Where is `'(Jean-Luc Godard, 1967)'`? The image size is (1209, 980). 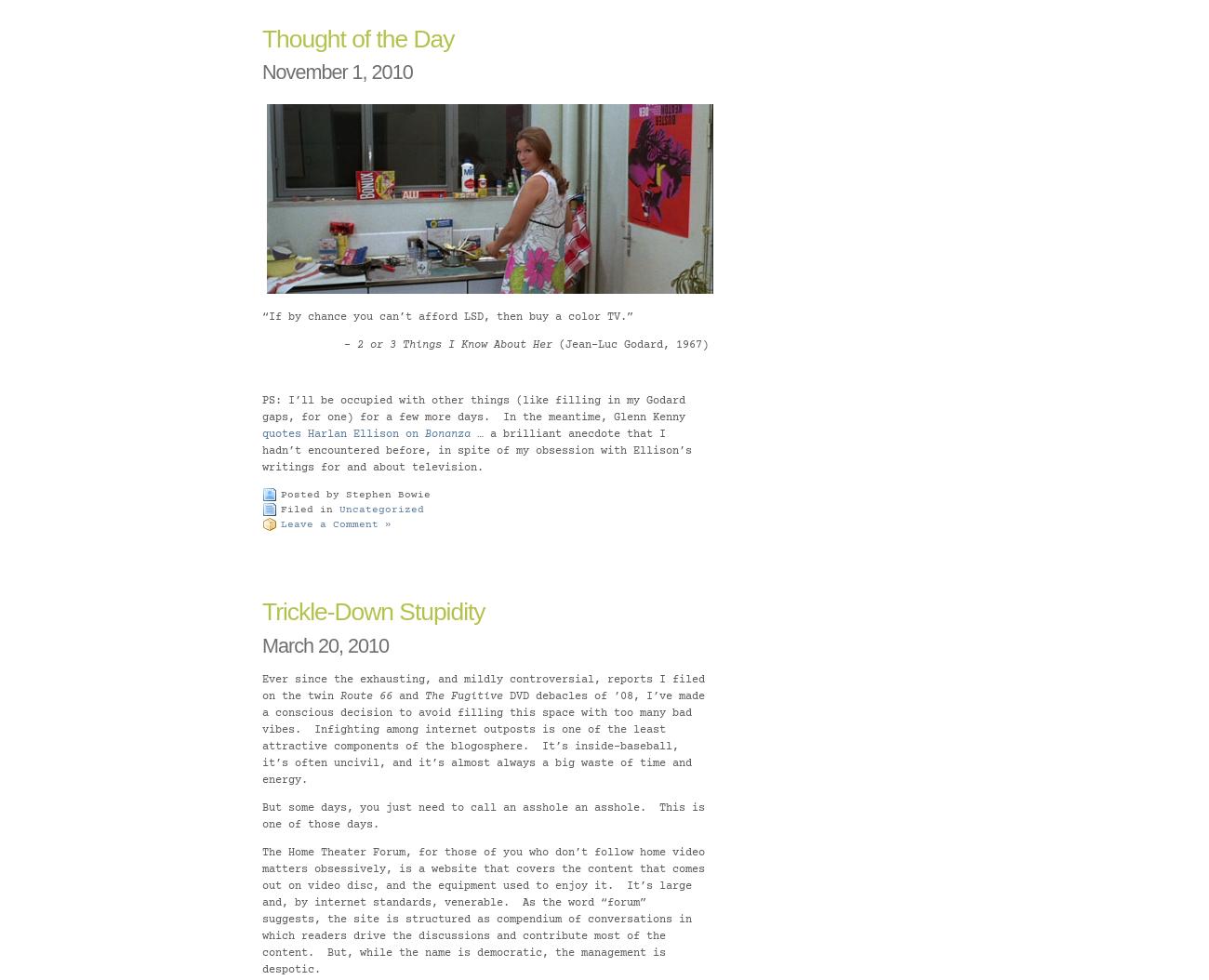
'(Jean-Luc Godard, 1967)' is located at coordinates (629, 343).